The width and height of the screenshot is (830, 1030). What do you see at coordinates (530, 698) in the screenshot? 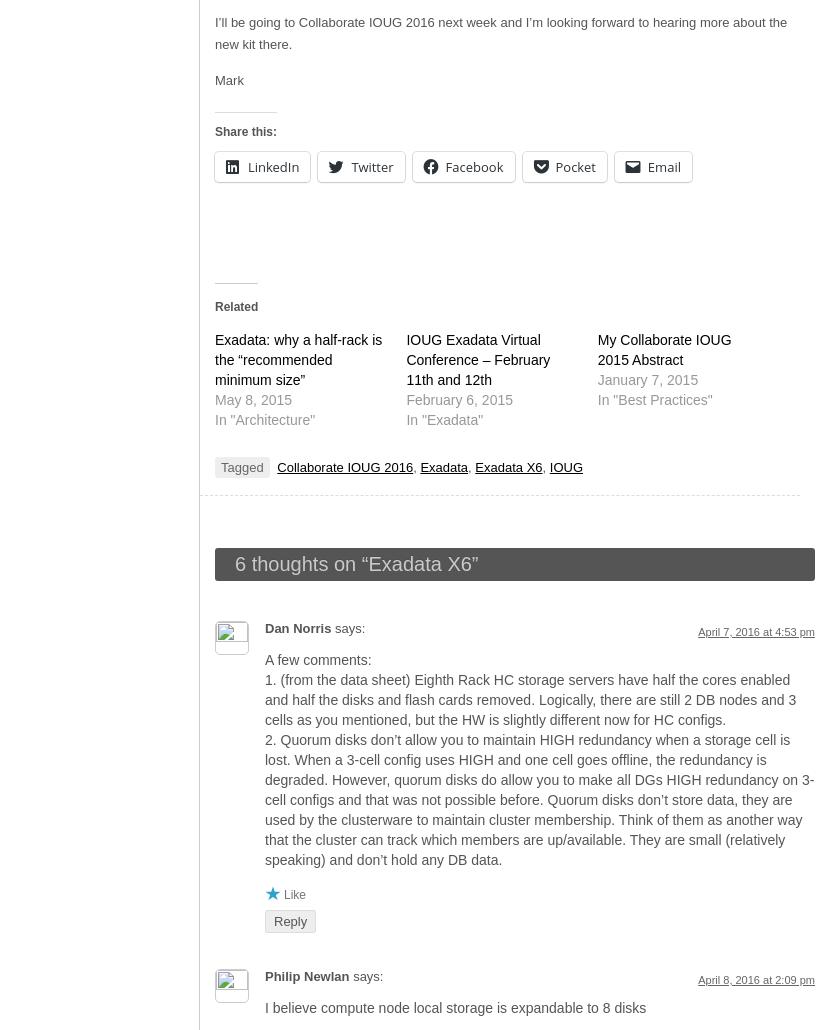
I see `'1. (from the data sheet) Eighth Rack HC storage servers have half the cores enabled and half the disks and flash cards removed. Logically, there are still 2 DB nodes and 3 cells as you mentioned, but the HW is slightly different now for HC configs.'` at bounding box center [530, 698].